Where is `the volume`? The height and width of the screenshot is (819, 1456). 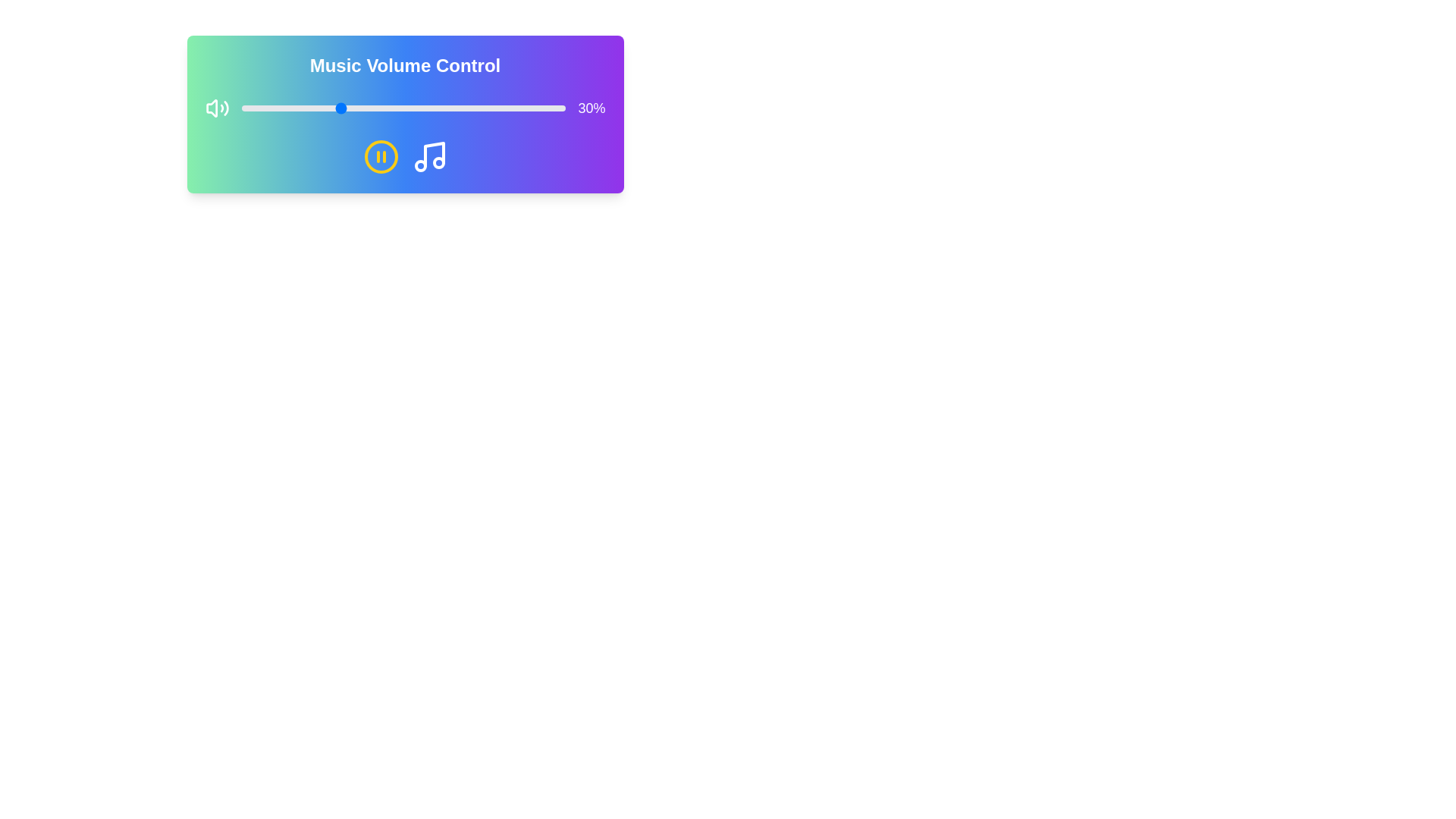
the volume is located at coordinates (374, 107).